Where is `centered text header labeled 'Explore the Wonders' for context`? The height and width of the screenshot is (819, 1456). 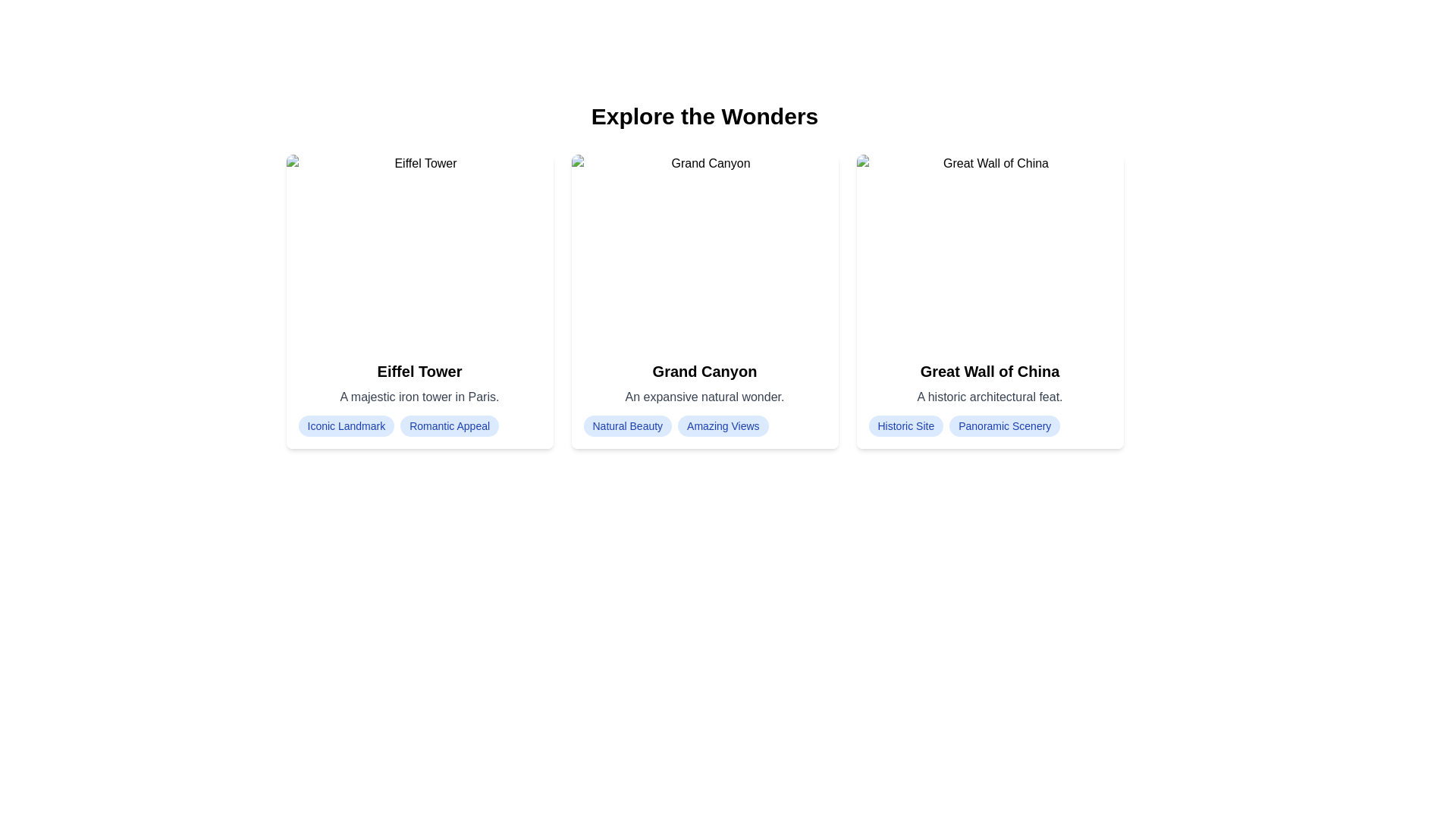
centered text header labeled 'Explore the Wonders' for context is located at coordinates (704, 116).